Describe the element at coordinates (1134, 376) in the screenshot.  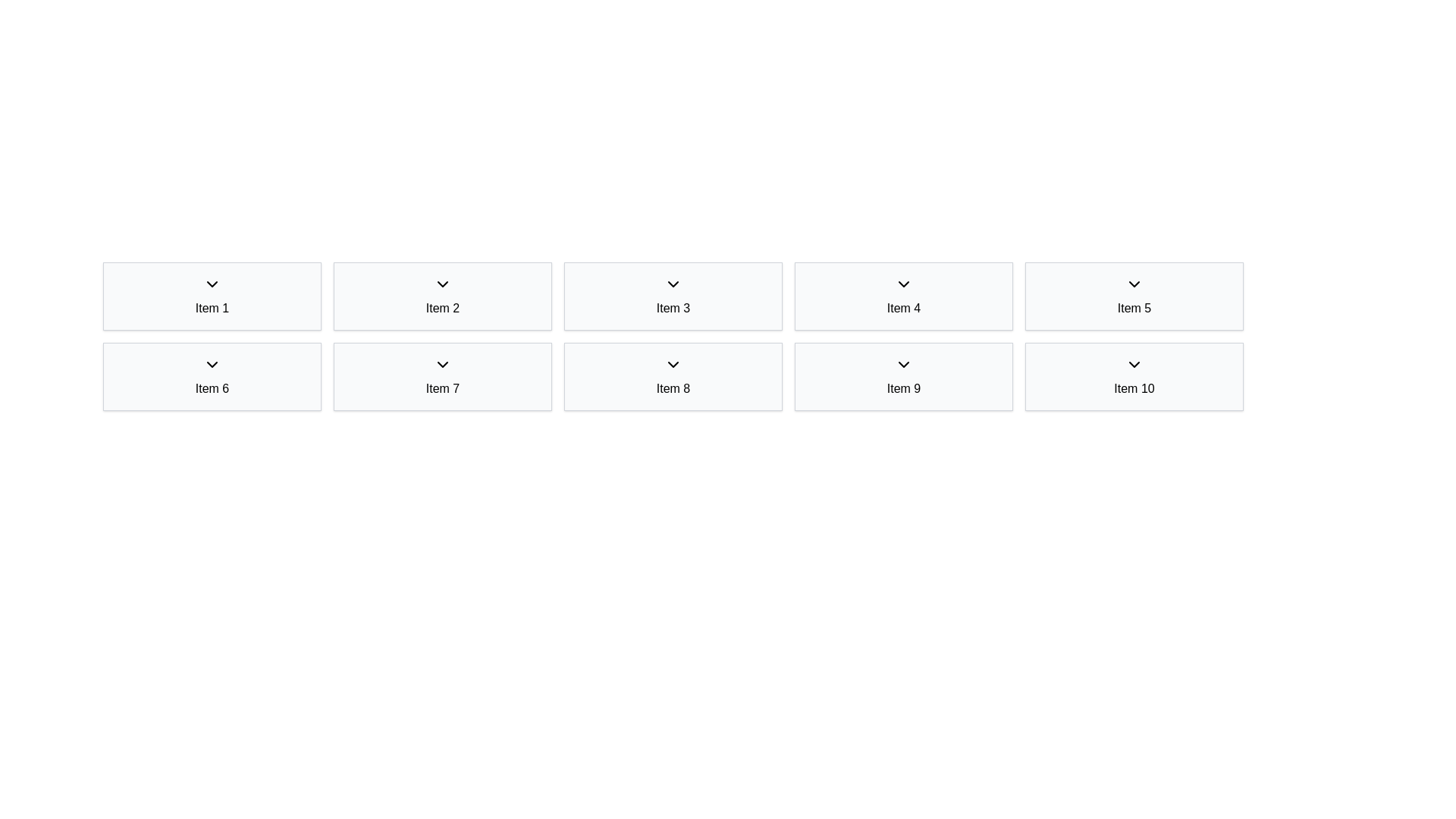
I see `interactive card representing 'Item 10', located in the second row and fifth column of the grid layout` at that location.